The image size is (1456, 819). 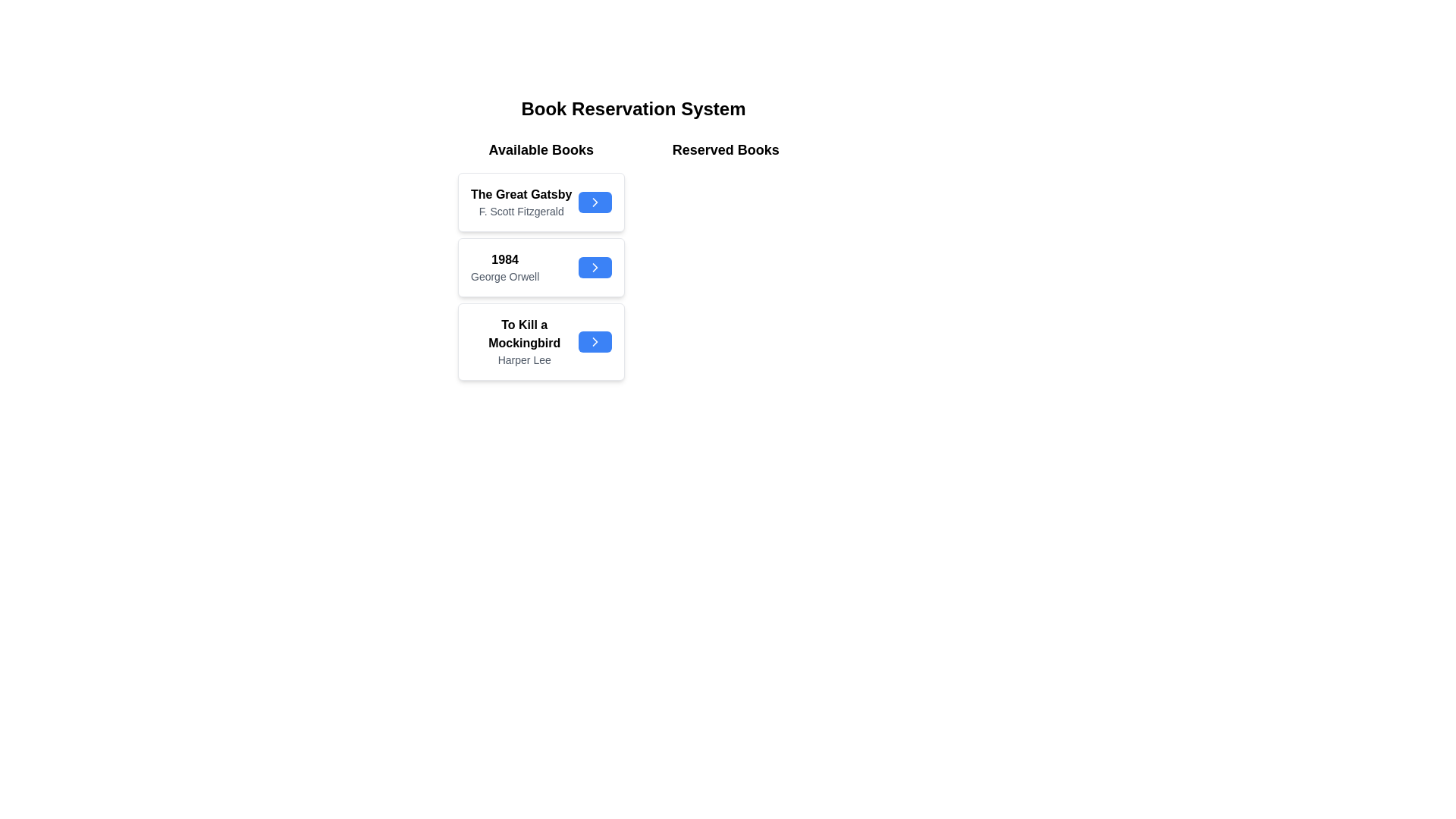 I want to click on the text block displaying the book title '1984' by 'George Orwell' which is styled with bold text and smaller grayish font, located in the second item of the 'Available Books' list, so click(x=505, y=267).